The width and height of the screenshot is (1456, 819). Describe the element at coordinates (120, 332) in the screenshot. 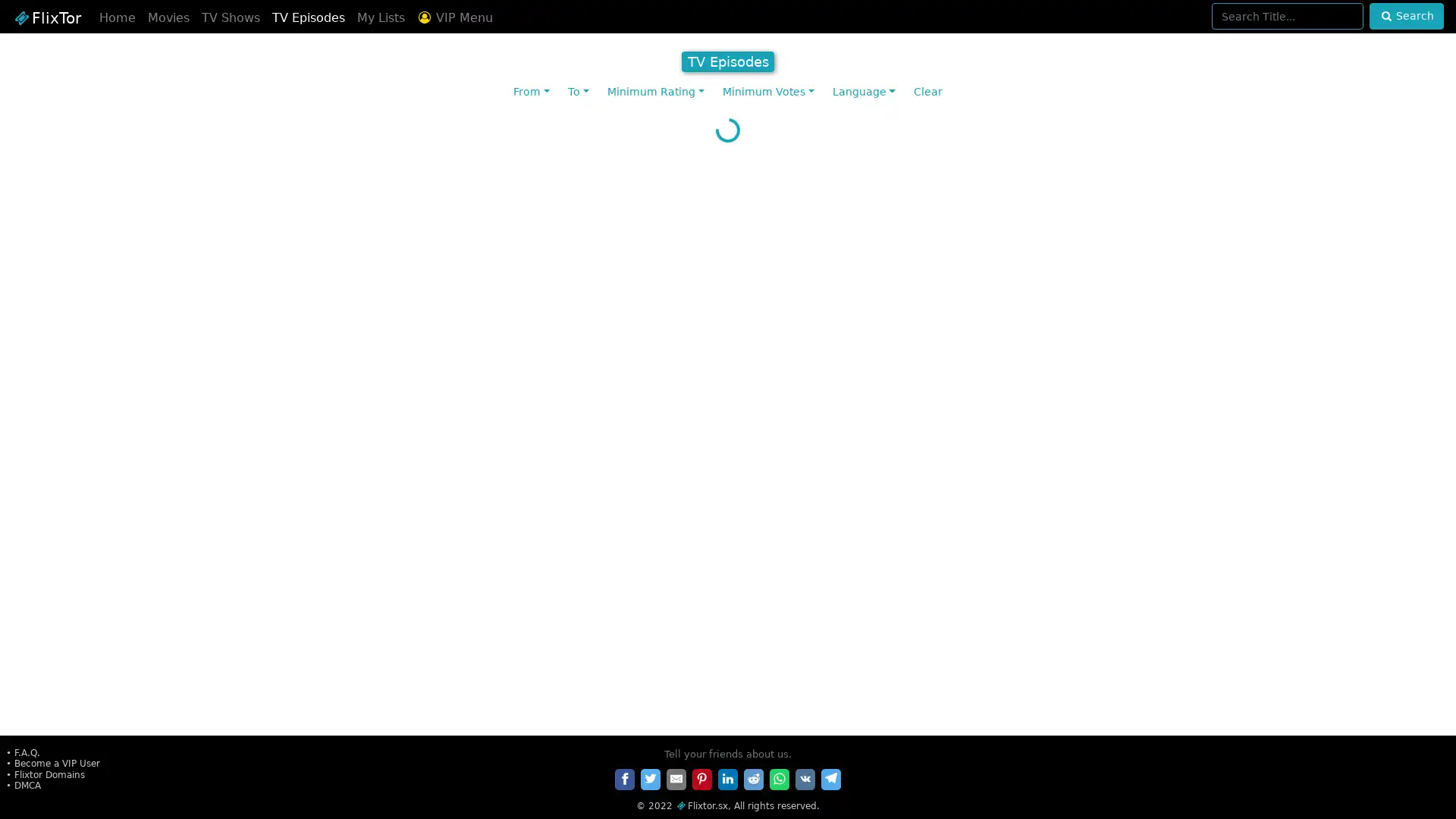

I see `Watch Now` at that location.